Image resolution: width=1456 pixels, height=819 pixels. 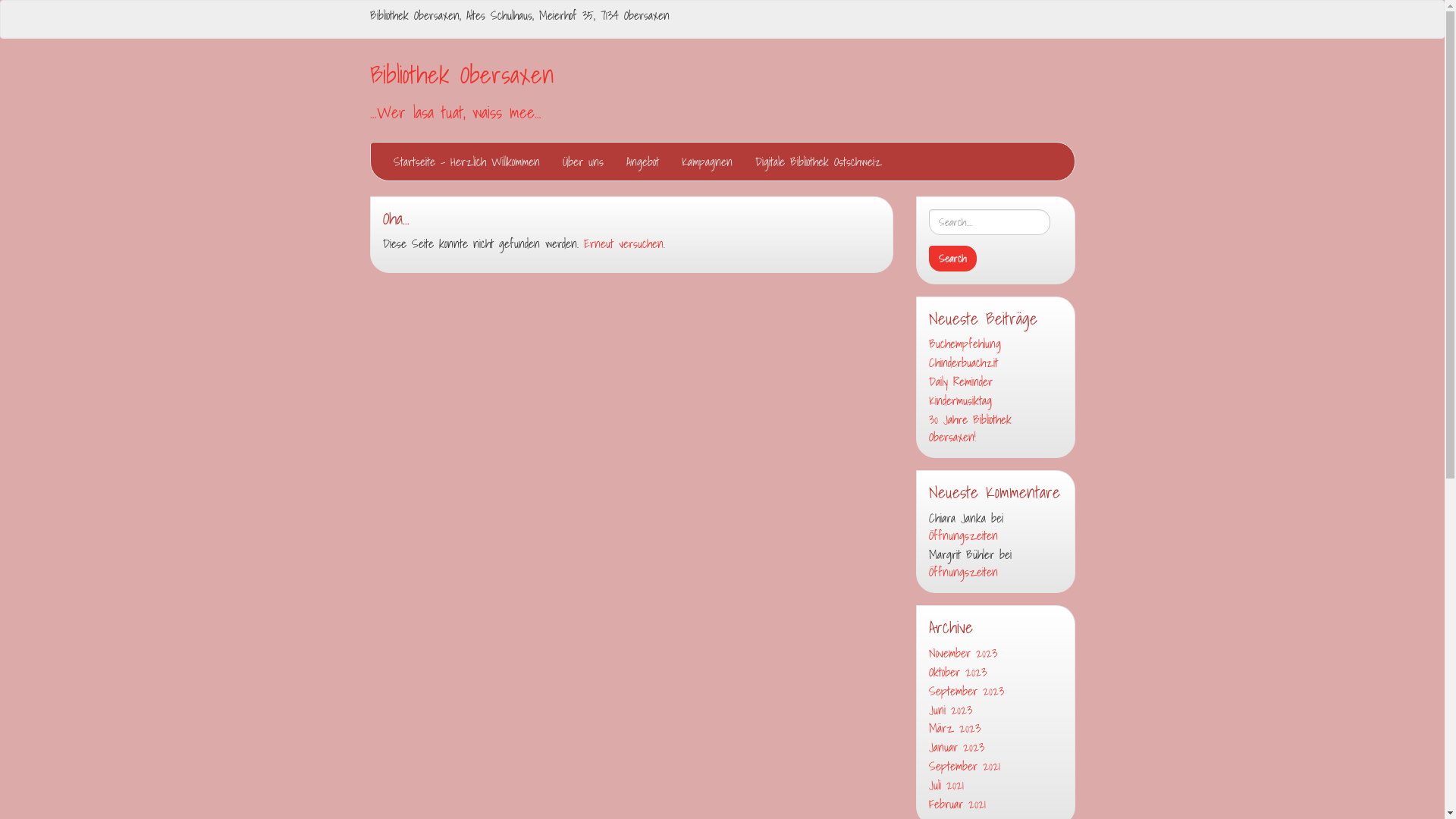 What do you see at coordinates (994, 652) in the screenshot?
I see `'November 2023'` at bounding box center [994, 652].